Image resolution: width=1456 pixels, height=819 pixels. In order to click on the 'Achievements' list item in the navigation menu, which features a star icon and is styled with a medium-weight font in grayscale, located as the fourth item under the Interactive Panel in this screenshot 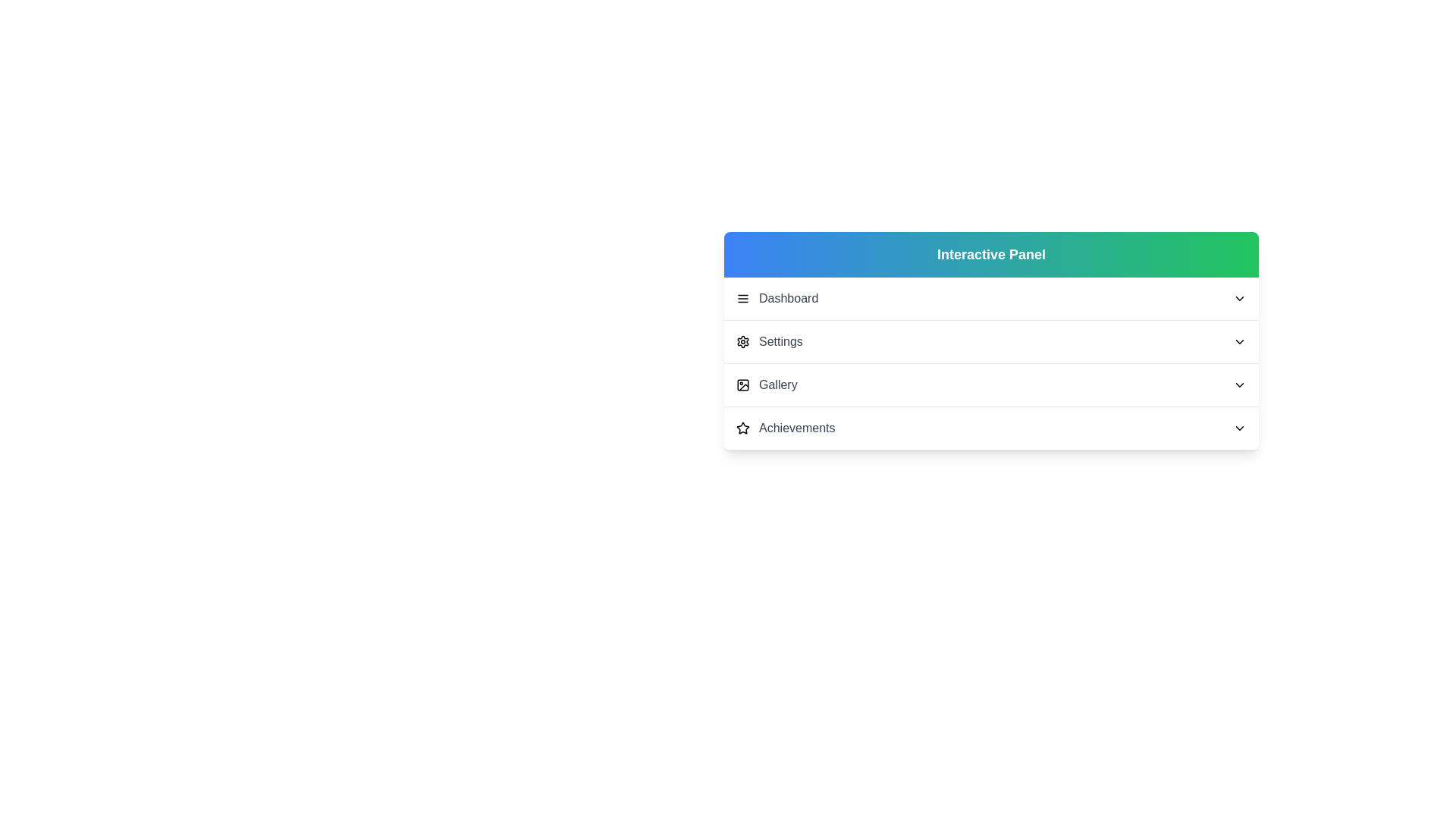, I will do `click(786, 428)`.